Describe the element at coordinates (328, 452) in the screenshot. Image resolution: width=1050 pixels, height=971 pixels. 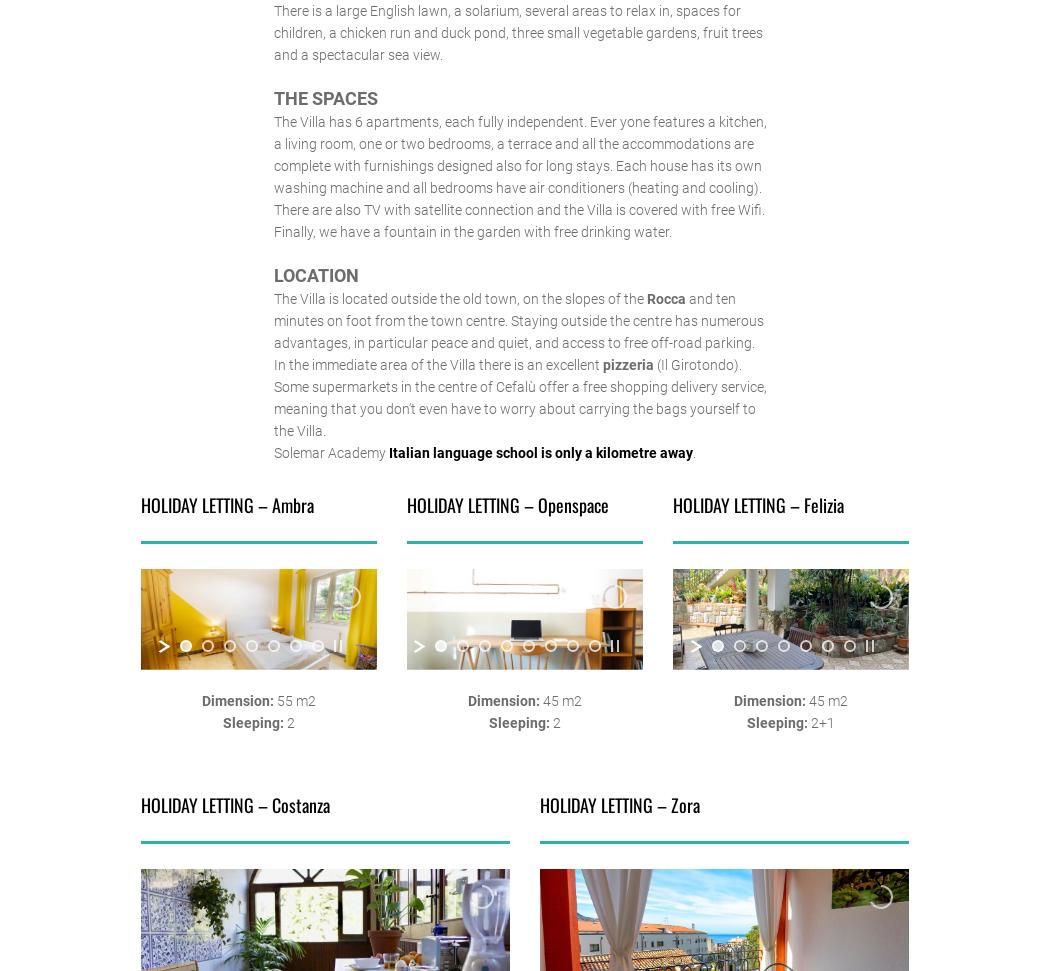
I see `'Solemar Academy'` at that location.